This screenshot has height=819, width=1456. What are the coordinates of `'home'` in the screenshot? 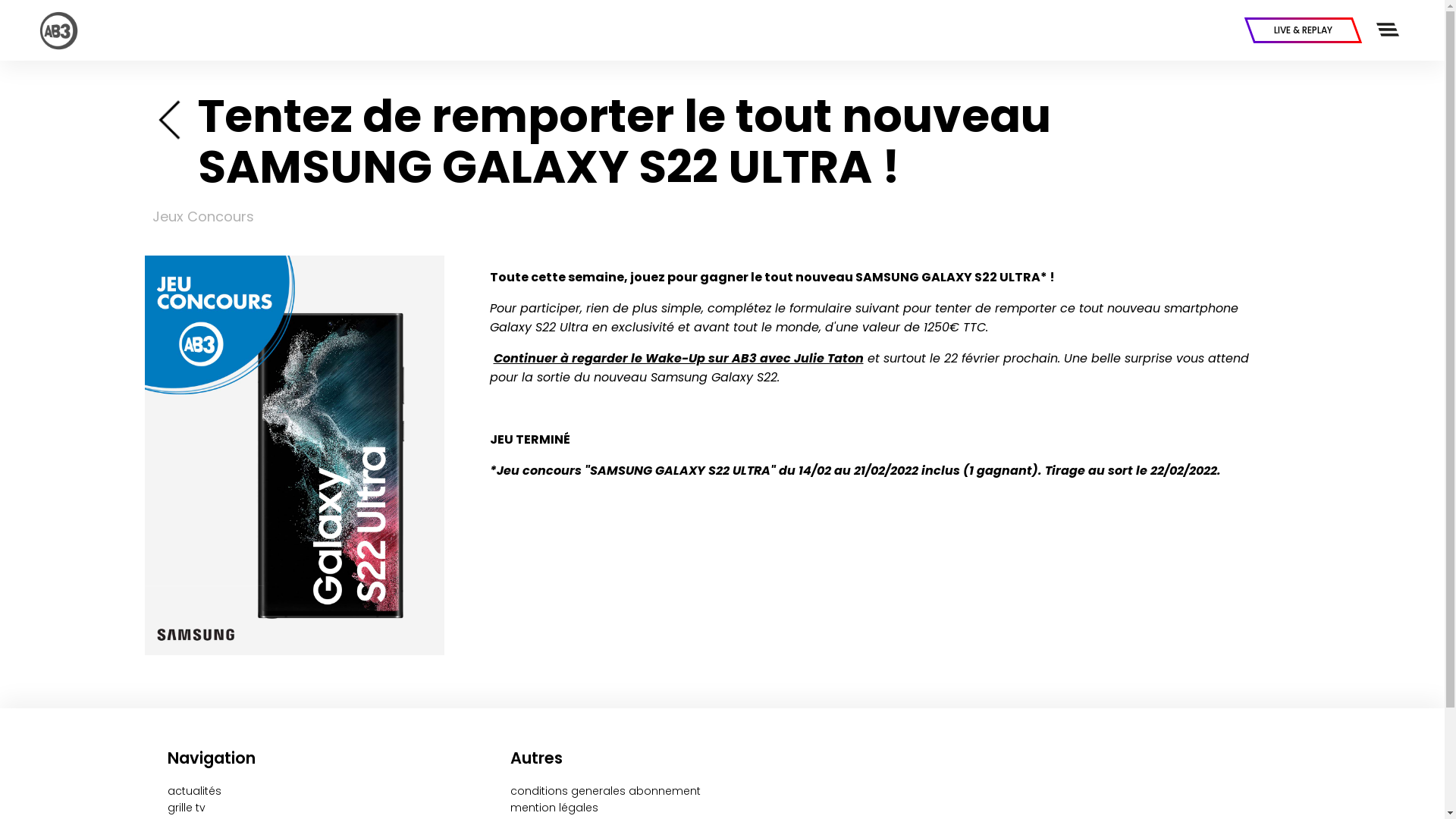 It's located at (171, 117).